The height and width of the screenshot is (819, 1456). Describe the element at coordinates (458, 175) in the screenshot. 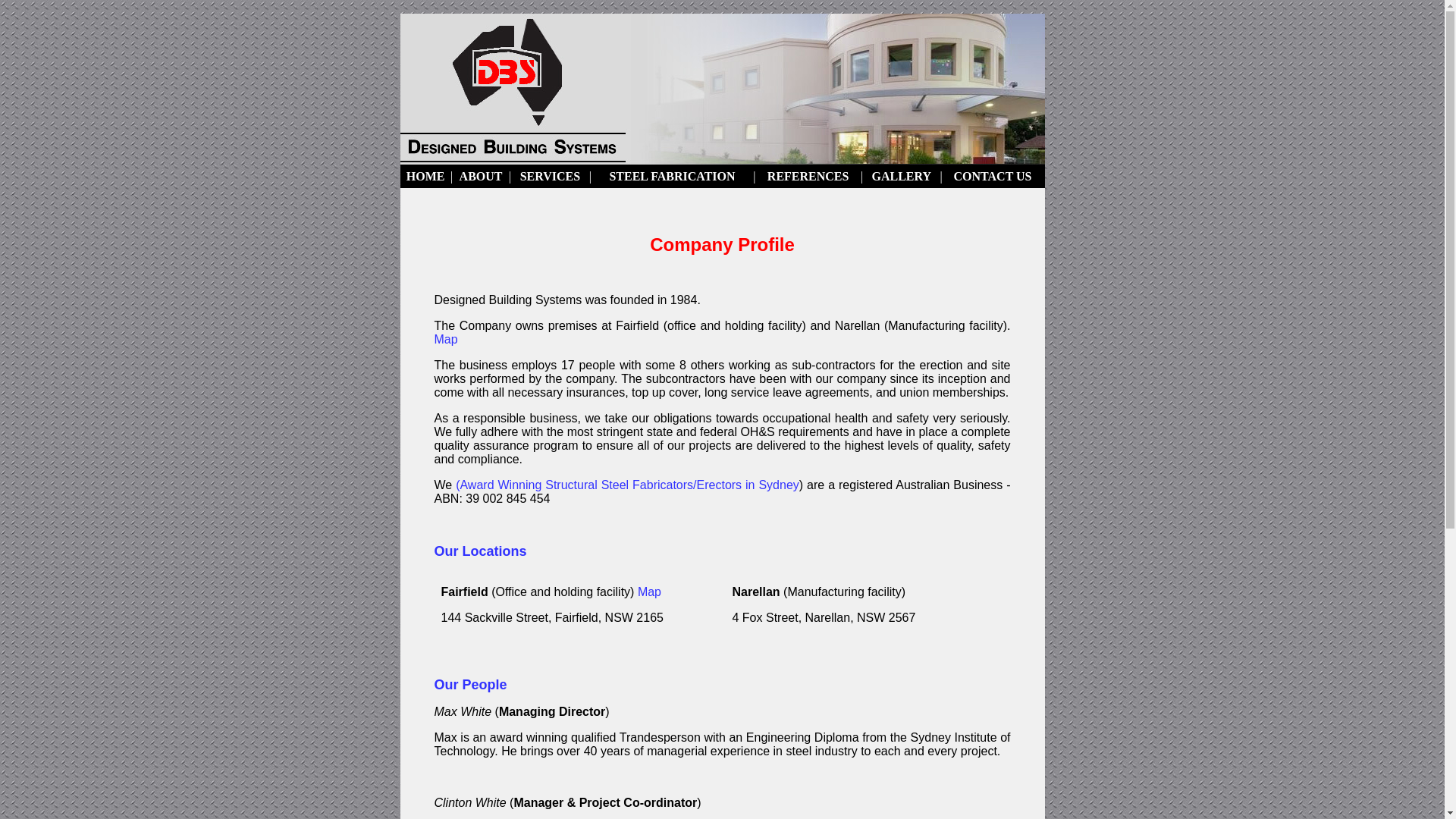

I see `'ABOUT'` at that location.